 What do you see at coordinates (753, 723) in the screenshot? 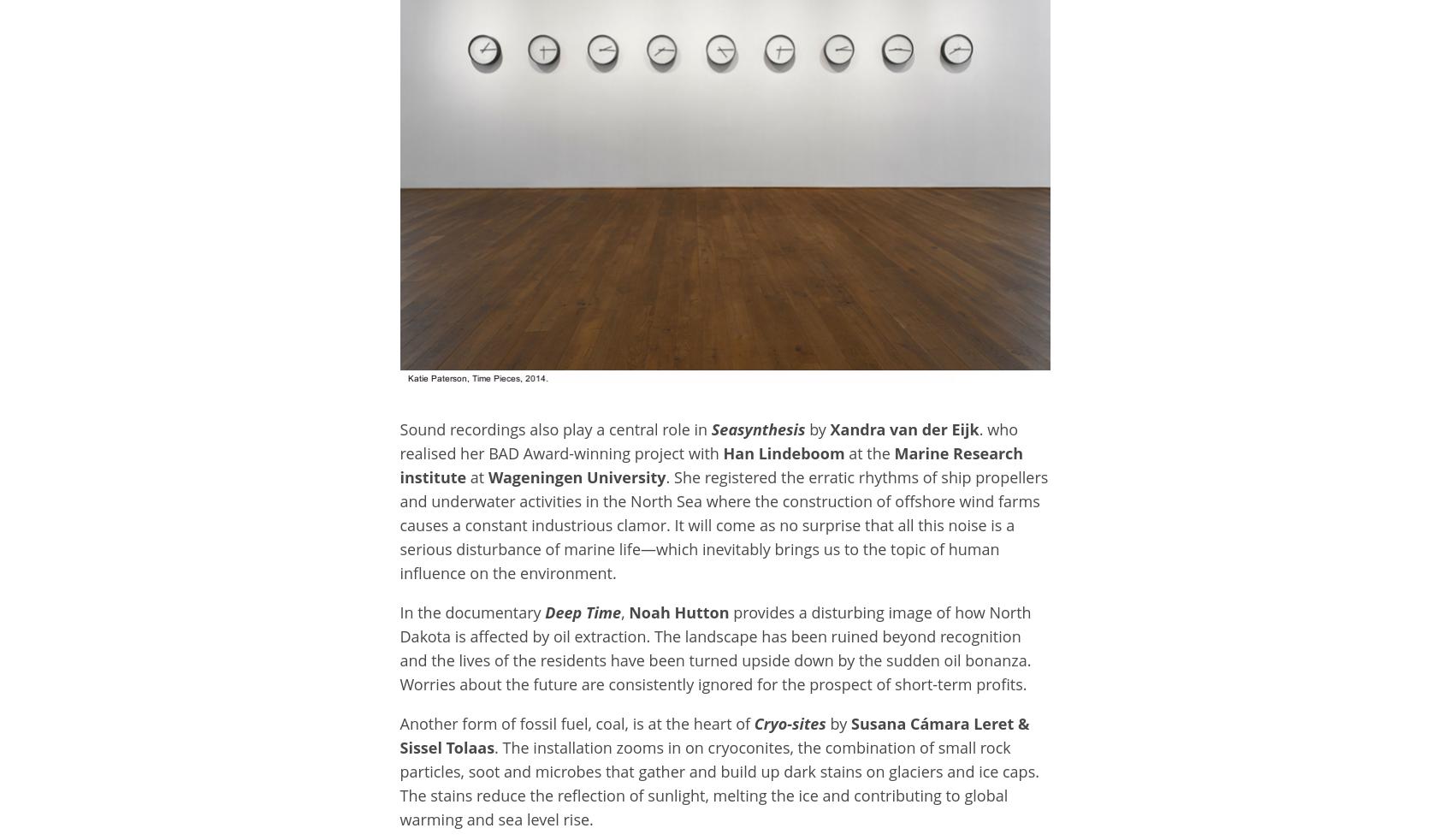
I see `'Cryo-sites'` at bounding box center [753, 723].